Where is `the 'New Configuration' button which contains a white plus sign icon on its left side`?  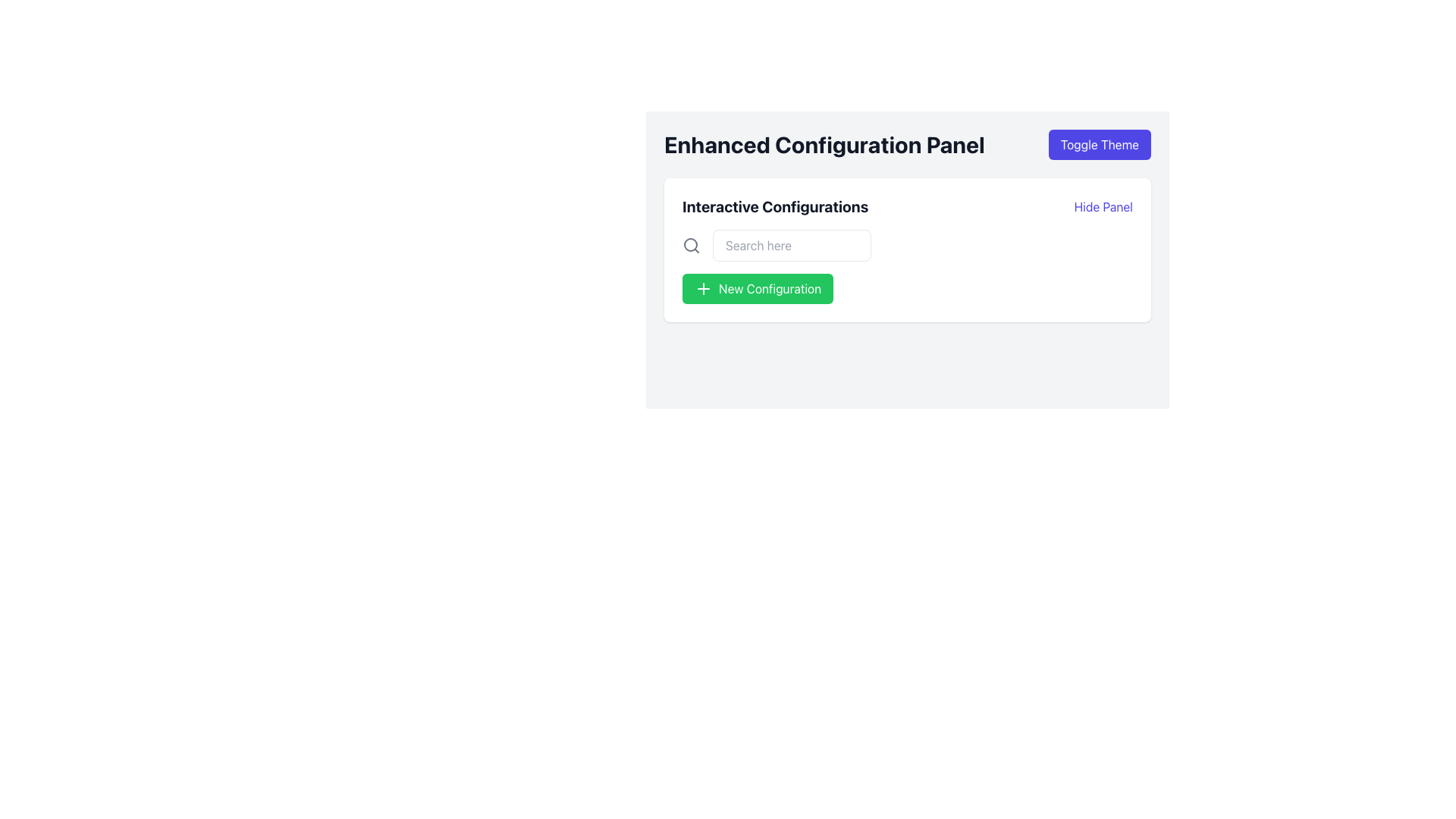
the 'New Configuration' button which contains a white plus sign icon on its left side is located at coordinates (702, 289).